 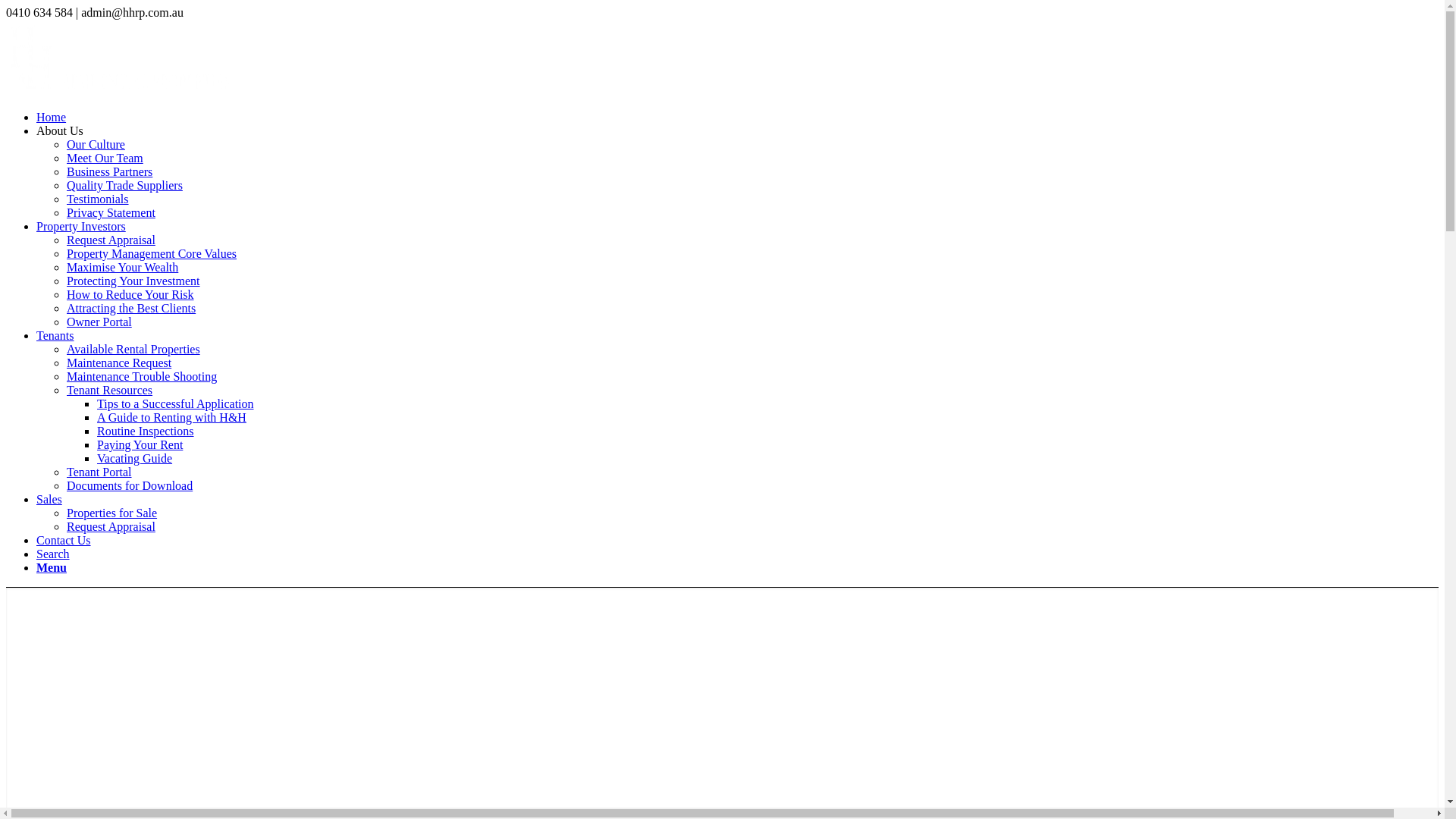 I want to click on 'Available Rental Properties', so click(x=133, y=349).